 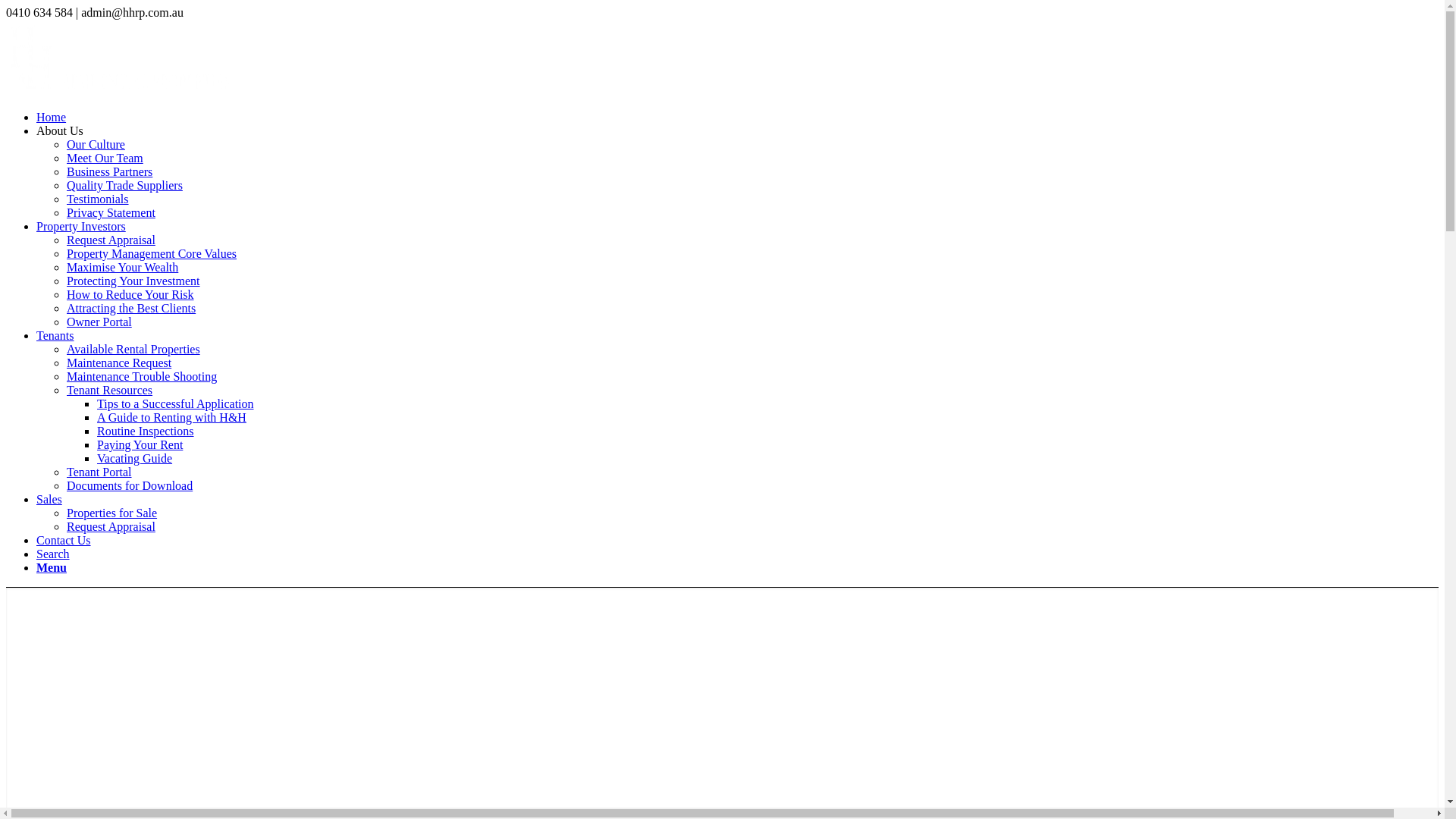 I want to click on 'Available Rental Properties', so click(x=133, y=349).